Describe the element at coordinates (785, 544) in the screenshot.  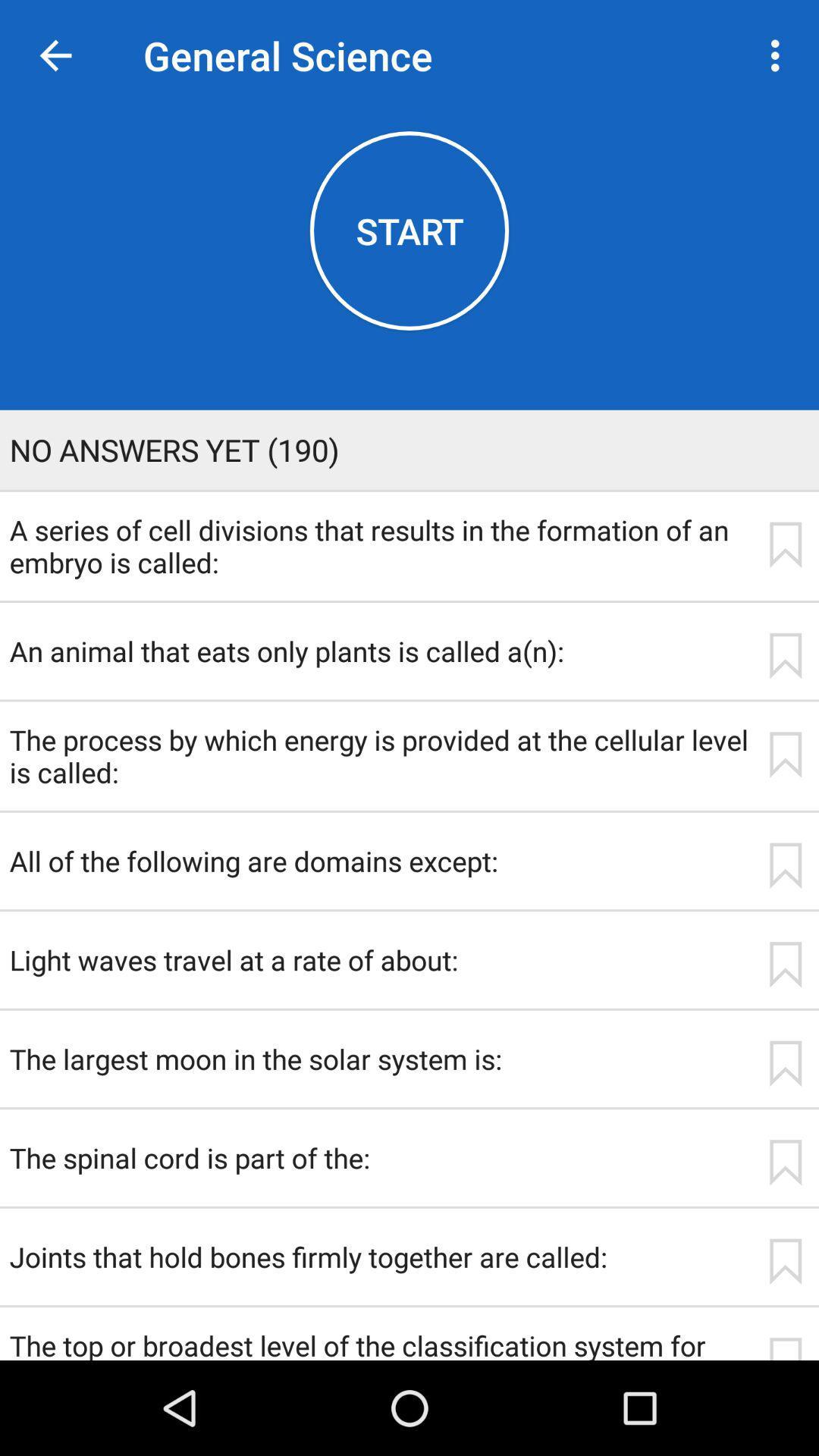
I see `icon next to the a series of` at that location.